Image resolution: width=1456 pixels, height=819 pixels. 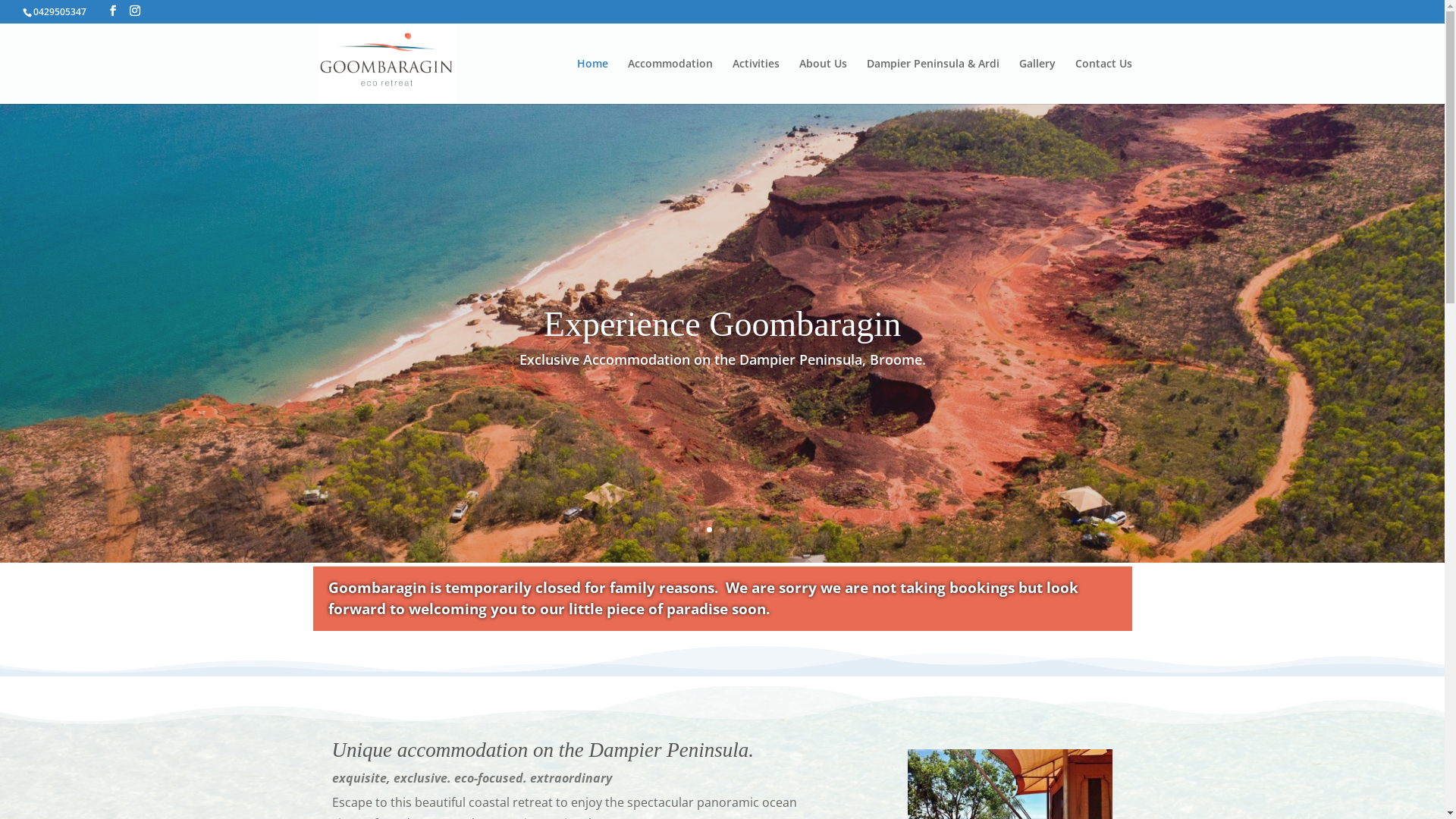 I want to click on 'Dampier Peninsula & Ardi', so click(x=931, y=81).